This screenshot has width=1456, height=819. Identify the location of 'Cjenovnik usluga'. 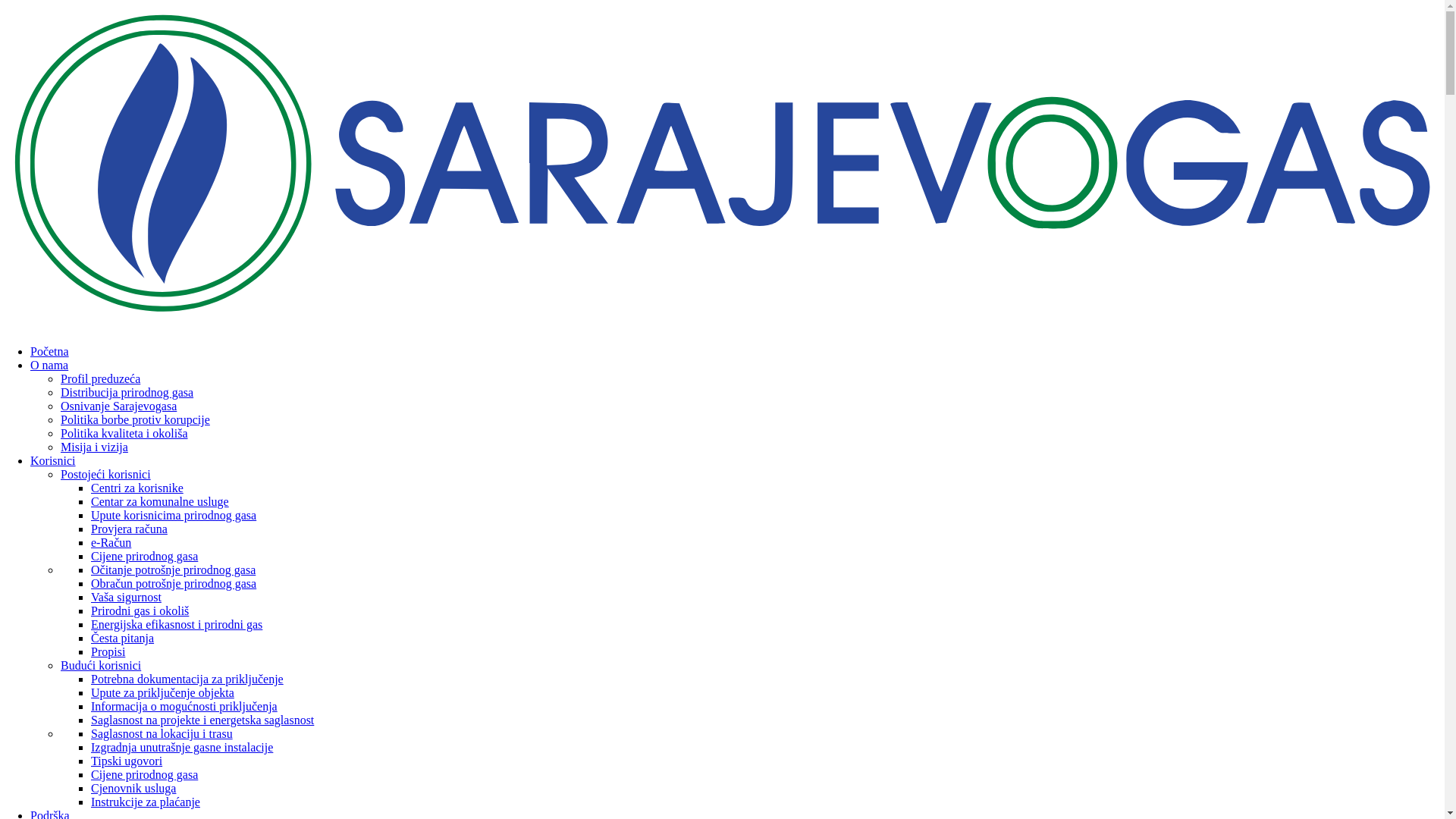
(133, 787).